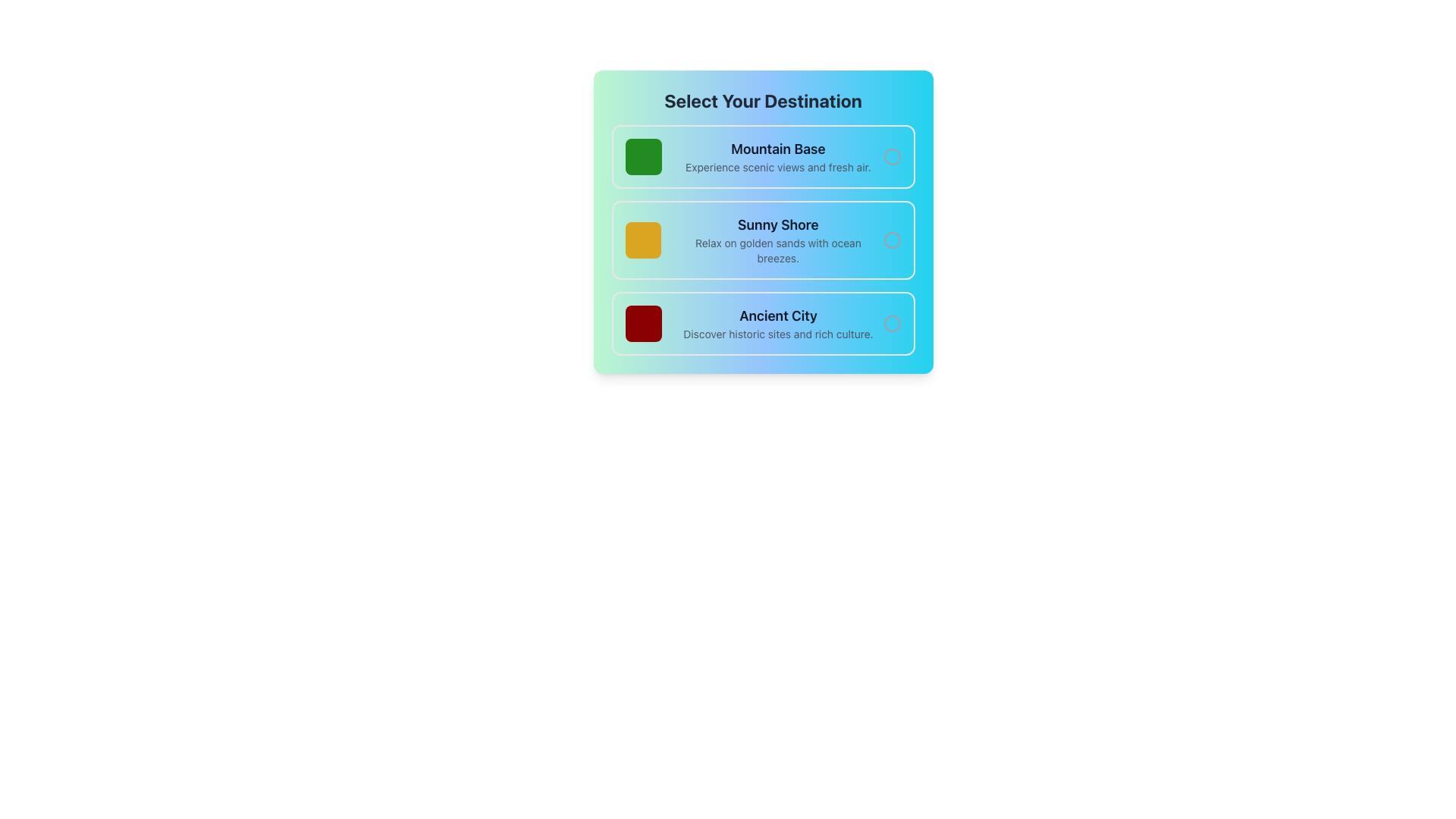 The height and width of the screenshot is (819, 1456). I want to click on the Text Label that provides descriptive information about the selection option 'Mountain Base', located below the header text within the selection card, so click(778, 167).